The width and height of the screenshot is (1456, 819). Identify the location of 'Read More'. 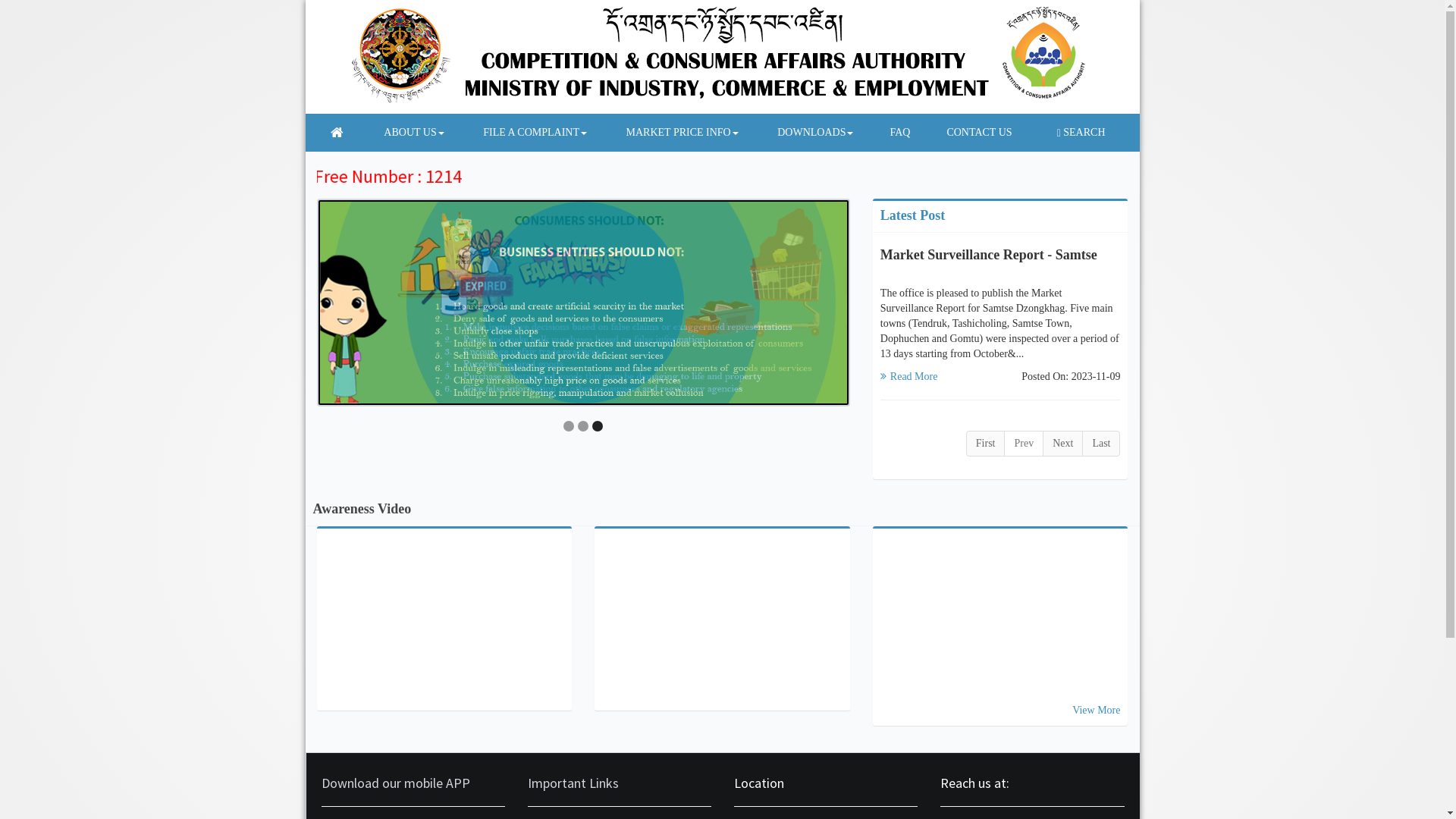
(909, 375).